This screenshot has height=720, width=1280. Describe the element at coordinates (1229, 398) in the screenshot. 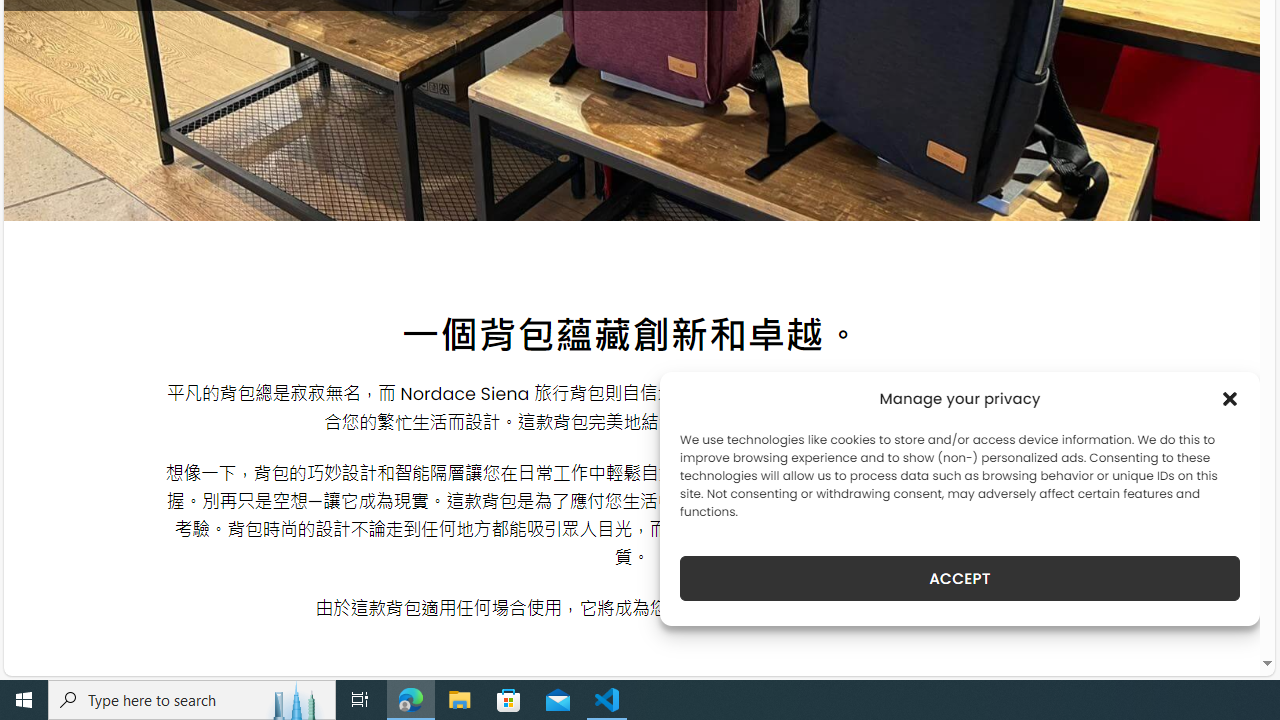

I see `'Class: cmplz-close'` at that location.